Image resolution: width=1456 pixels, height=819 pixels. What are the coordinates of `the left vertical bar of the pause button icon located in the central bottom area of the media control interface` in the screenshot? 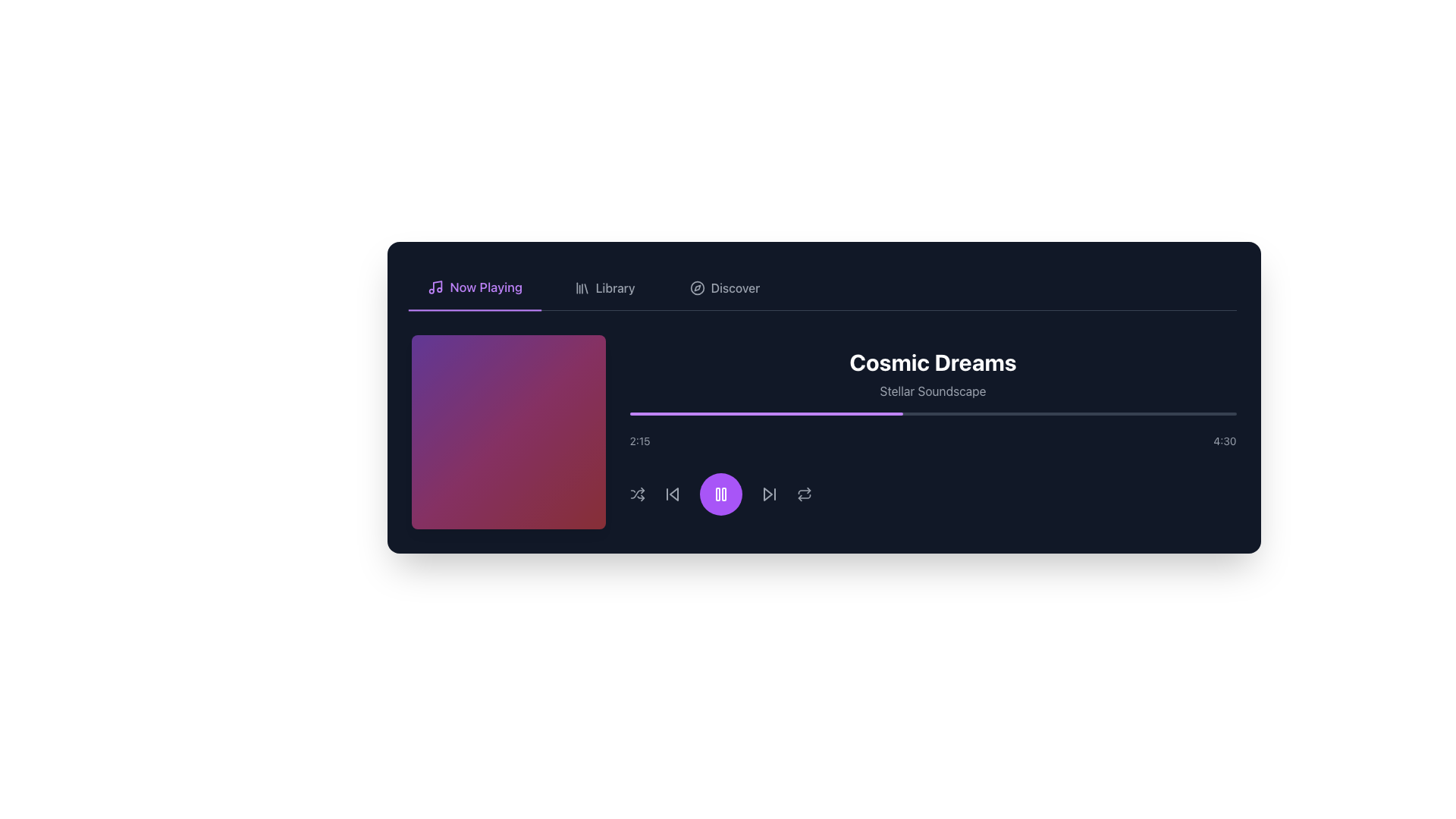 It's located at (717, 494).